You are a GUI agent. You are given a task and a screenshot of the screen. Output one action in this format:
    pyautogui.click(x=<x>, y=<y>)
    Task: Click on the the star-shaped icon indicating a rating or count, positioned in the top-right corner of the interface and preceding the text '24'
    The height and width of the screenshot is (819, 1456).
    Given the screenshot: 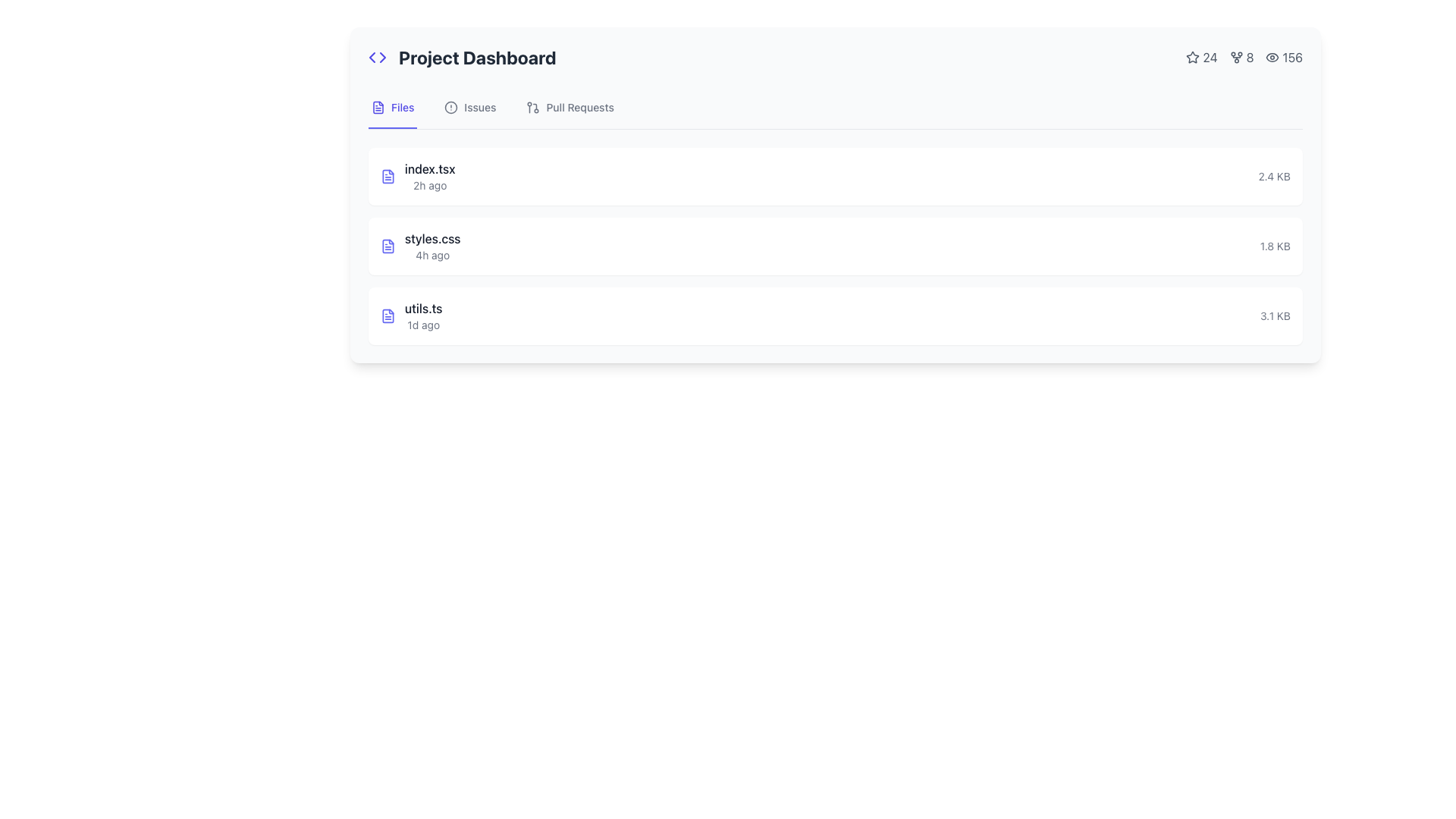 What is the action you would take?
    pyautogui.click(x=1192, y=57)
    